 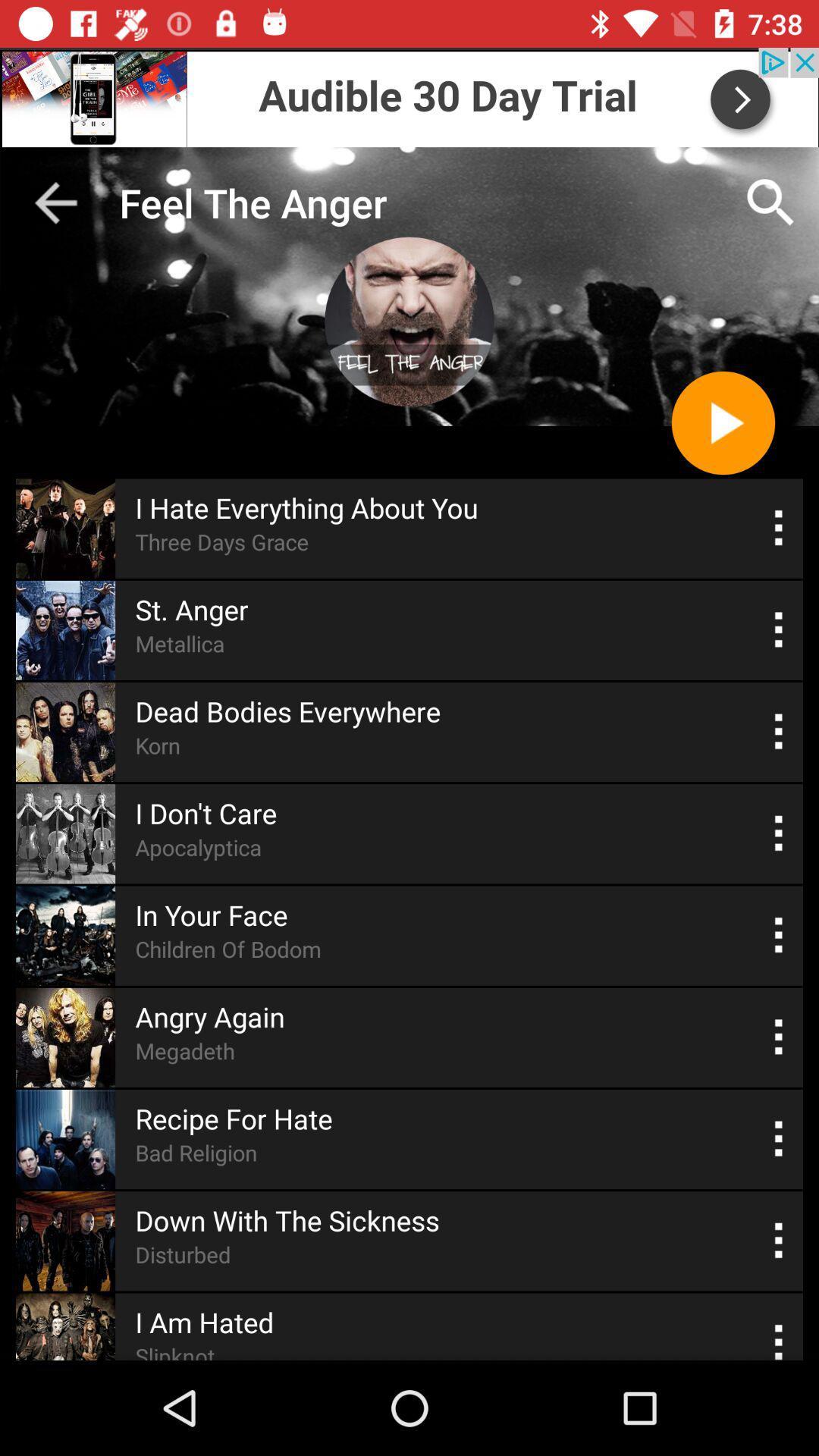 What do you see at coordinates (779, 528) in the screenshot?
I see `the three vertical dots icon which is to the right side of i hate everything about you option` at bounding box center [779, 528].